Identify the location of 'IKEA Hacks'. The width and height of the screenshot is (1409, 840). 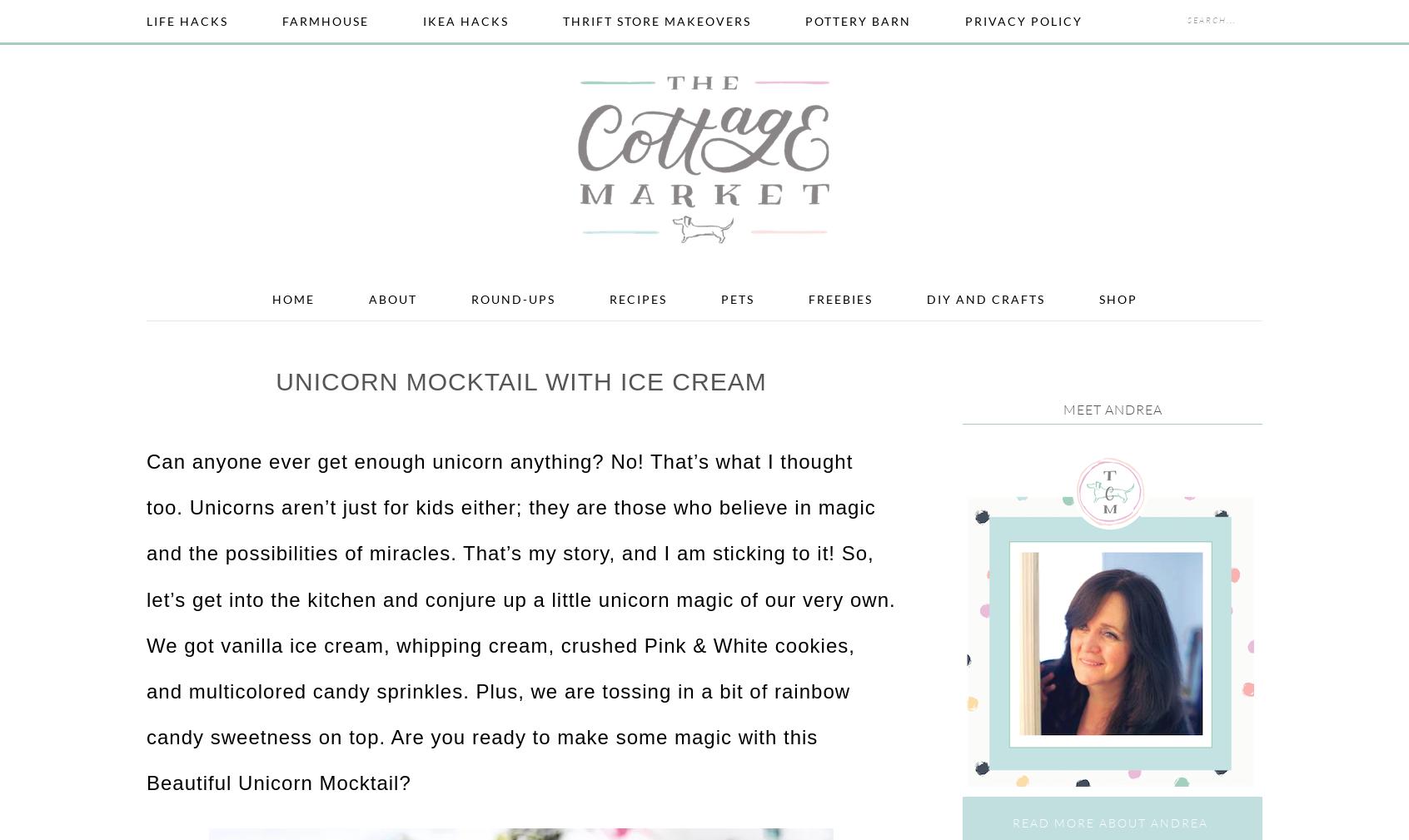
(466, 20).